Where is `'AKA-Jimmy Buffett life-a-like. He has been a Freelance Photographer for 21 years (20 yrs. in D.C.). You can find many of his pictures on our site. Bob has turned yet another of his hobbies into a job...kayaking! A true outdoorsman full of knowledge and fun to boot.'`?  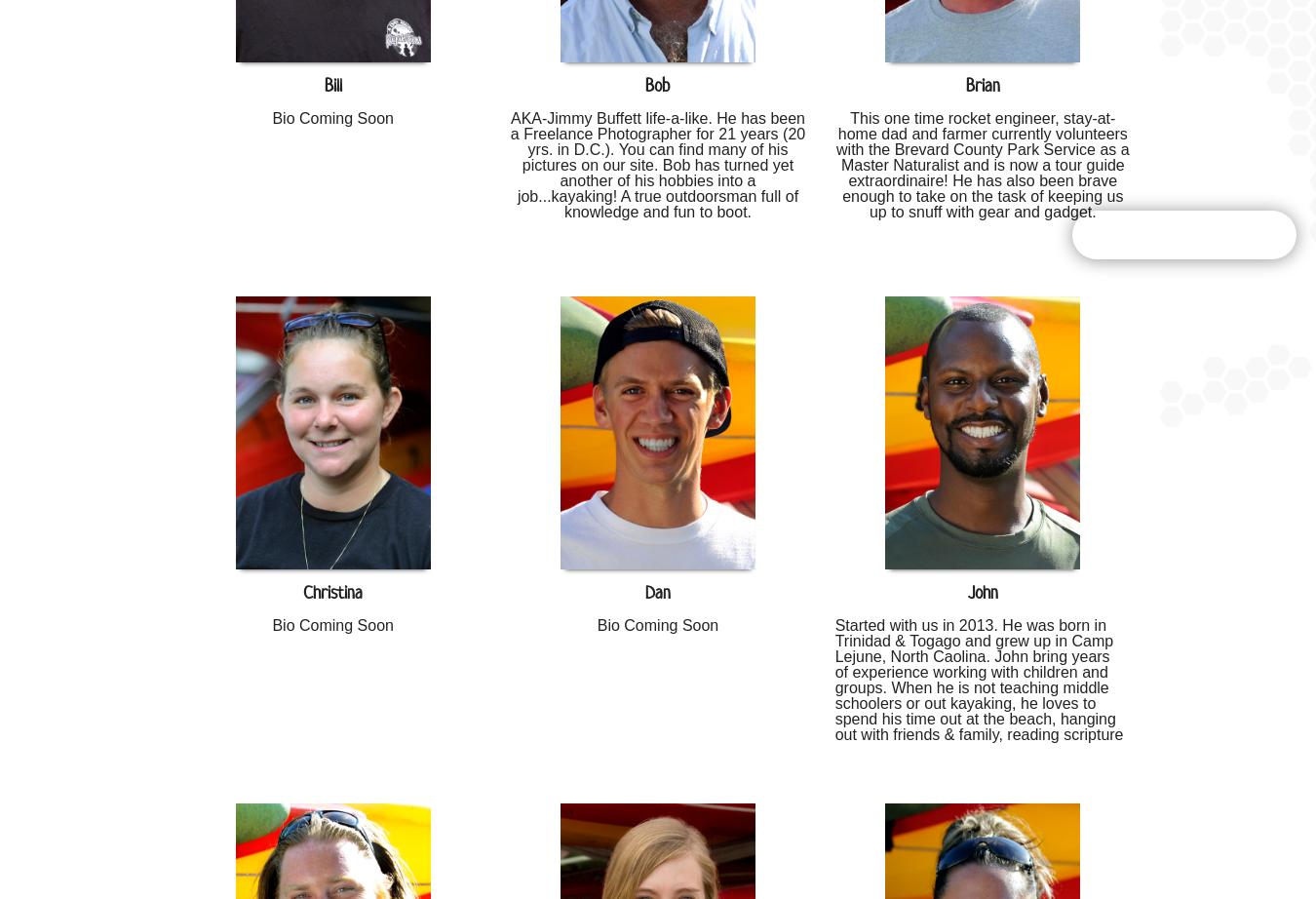 'AKA-Jimmy Buffett life-a-like. He has been a Freelance Photographer for 21 years (20 yrs. in D.C.). You can find many of his pictures on our site. Bob has turned yet another of his hobbies into a job...kayaking! A true outdoorsman full of knowledge and fun to boot.' is located at coordinates (657, 164).